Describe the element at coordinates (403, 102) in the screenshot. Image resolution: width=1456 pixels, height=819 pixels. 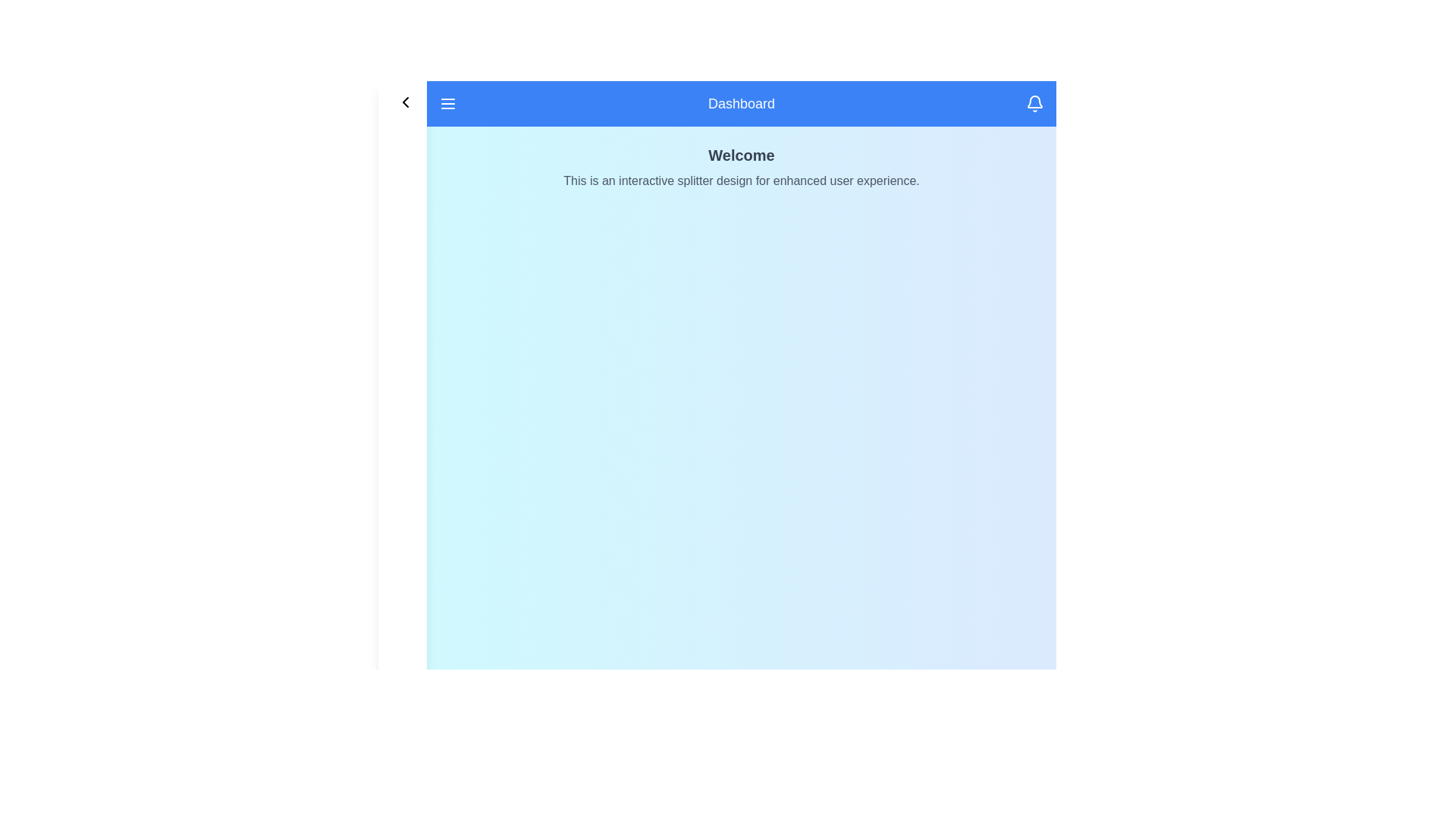
I see `the left-pointing chevron icon located at the top of the left side panel` at that location.